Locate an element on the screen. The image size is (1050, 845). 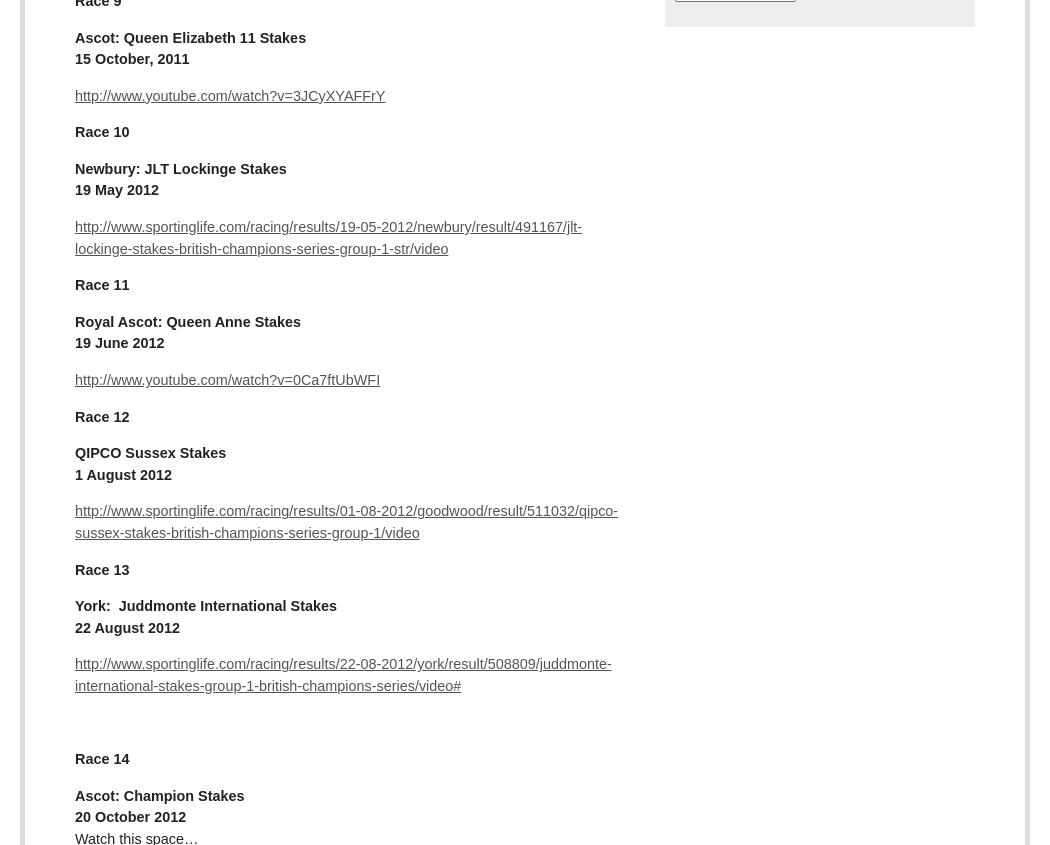
'19 May 2012' is located at coordinates (115, 189).